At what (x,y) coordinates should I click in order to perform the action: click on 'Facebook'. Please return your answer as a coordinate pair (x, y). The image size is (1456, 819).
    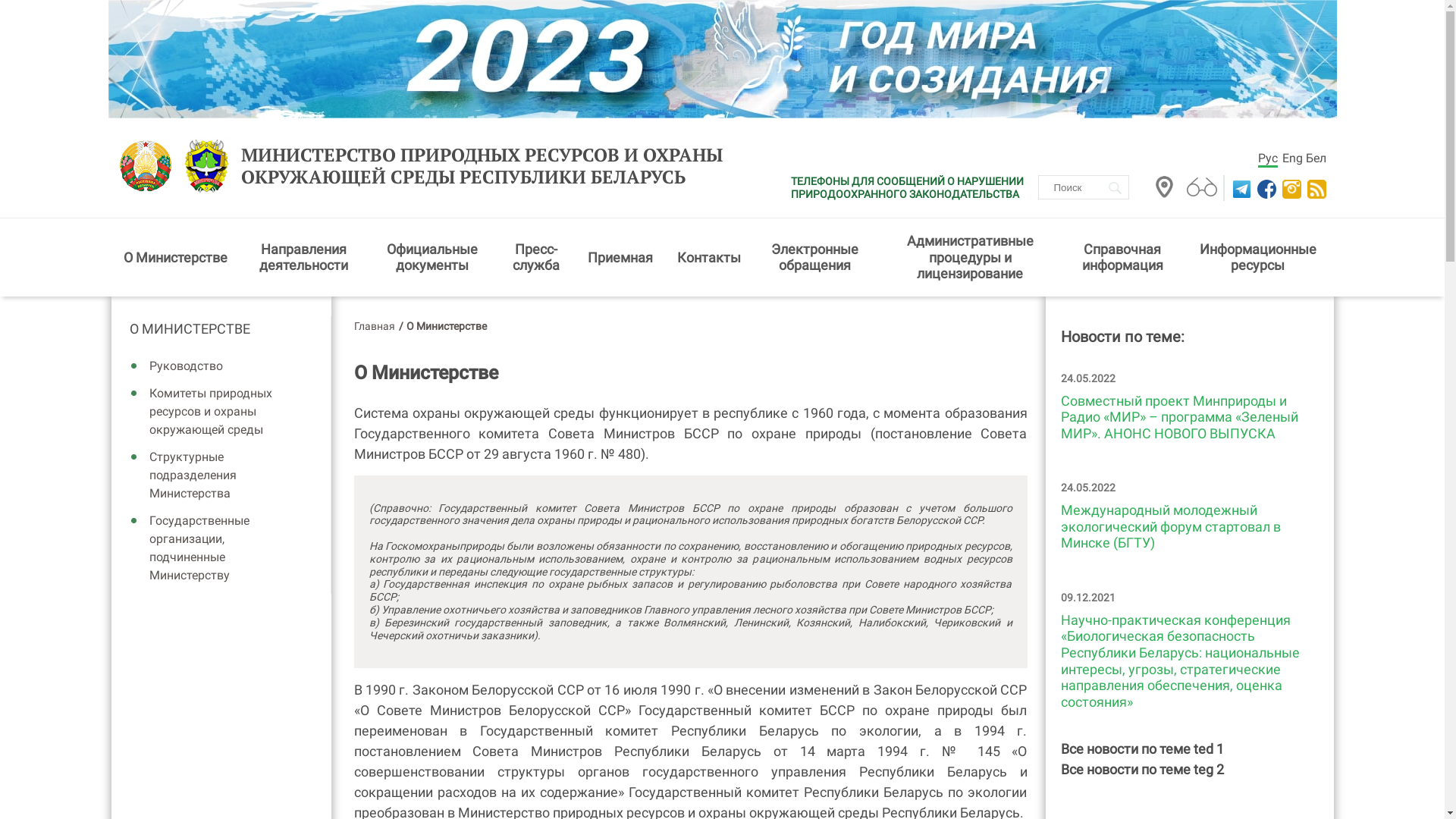
    Looking at the image, I should click on (1265, 188).